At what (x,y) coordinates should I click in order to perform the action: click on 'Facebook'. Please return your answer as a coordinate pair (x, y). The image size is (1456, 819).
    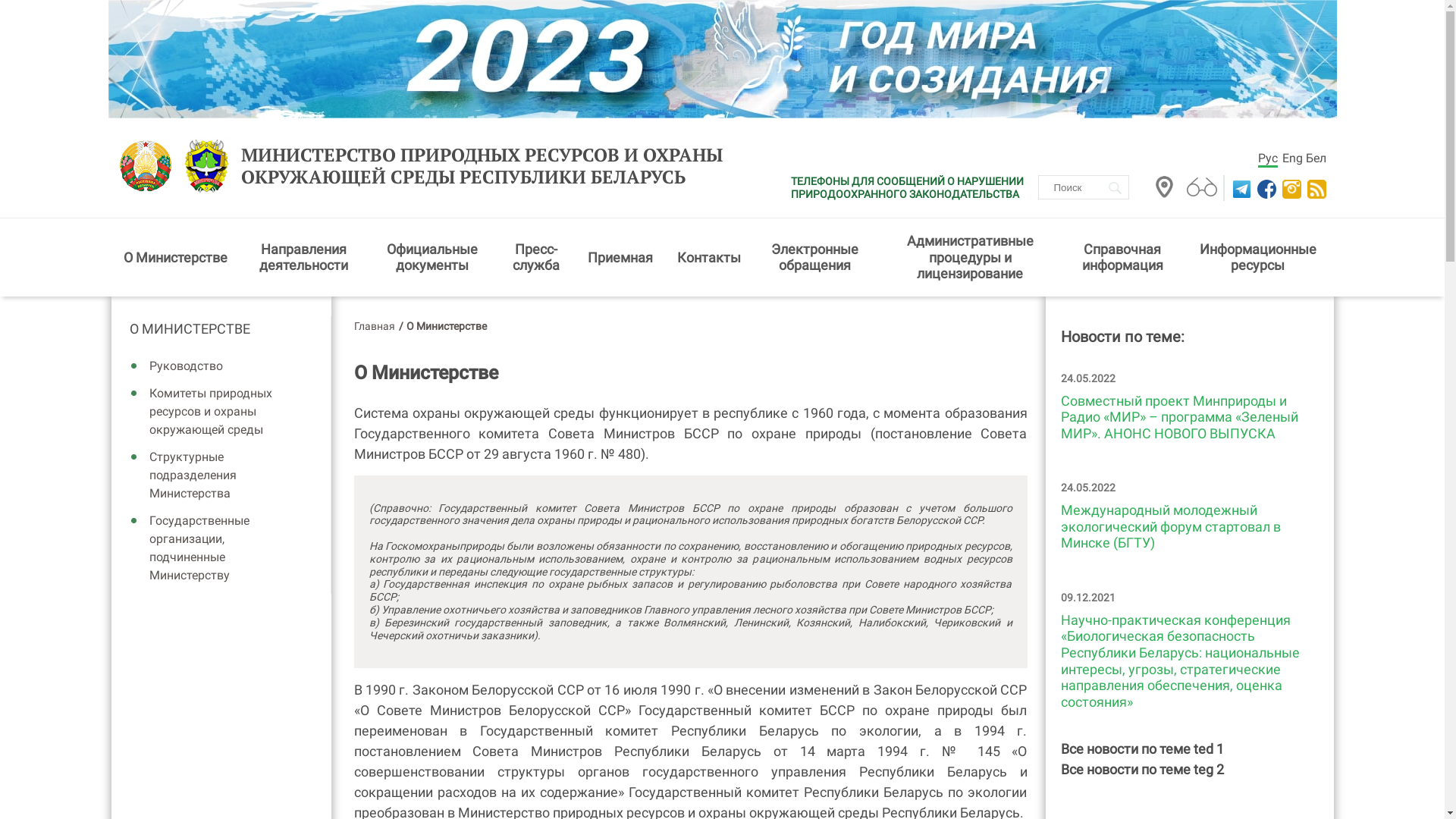
    Looking at the image, I should click on (1265, 188).